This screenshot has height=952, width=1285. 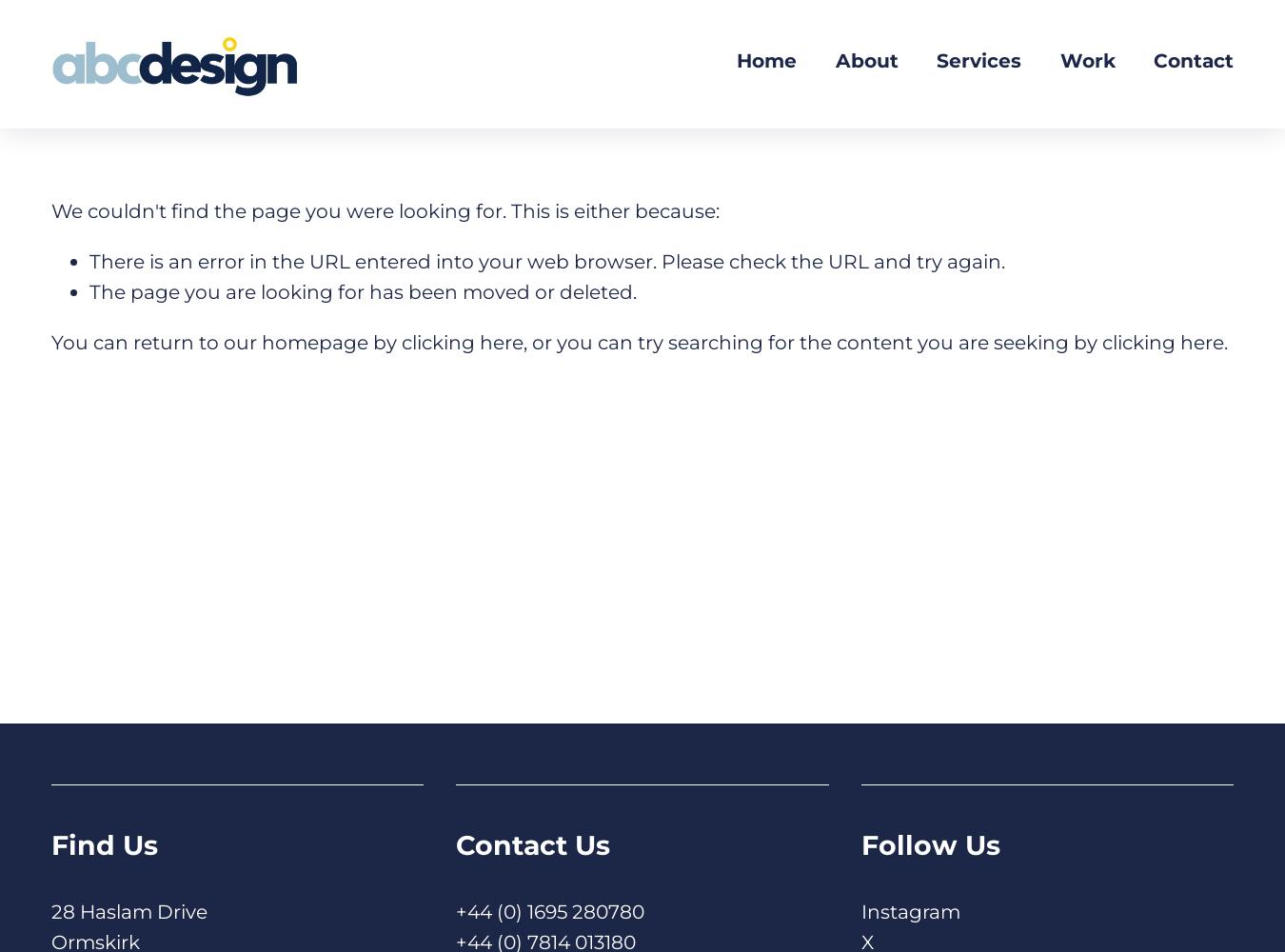 I want to click on 'Follow Us', so click(x=928, y=845).